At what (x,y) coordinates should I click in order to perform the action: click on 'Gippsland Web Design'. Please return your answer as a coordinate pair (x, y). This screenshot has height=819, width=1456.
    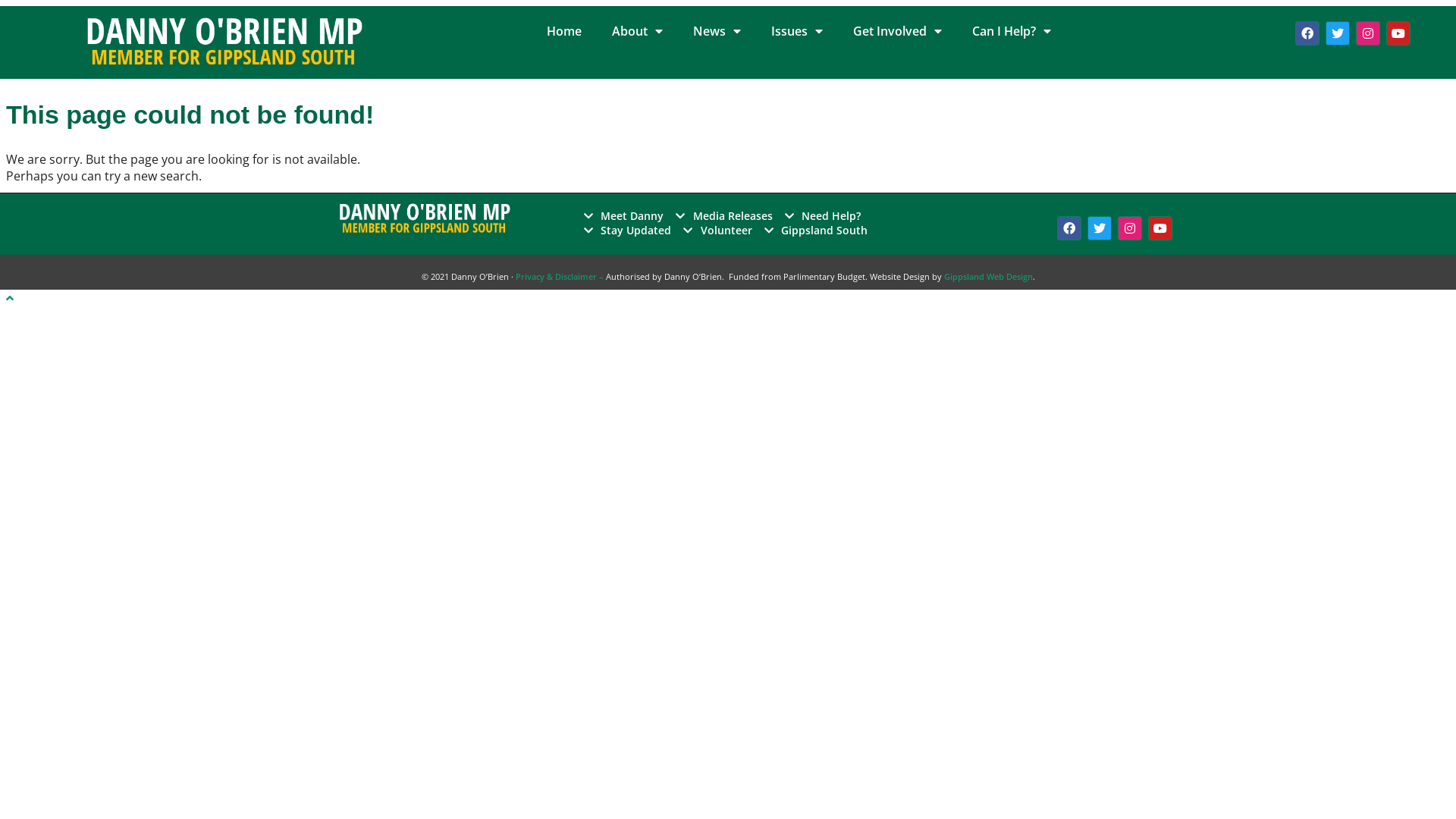
    Looking at the image, I should click on (942, 276).